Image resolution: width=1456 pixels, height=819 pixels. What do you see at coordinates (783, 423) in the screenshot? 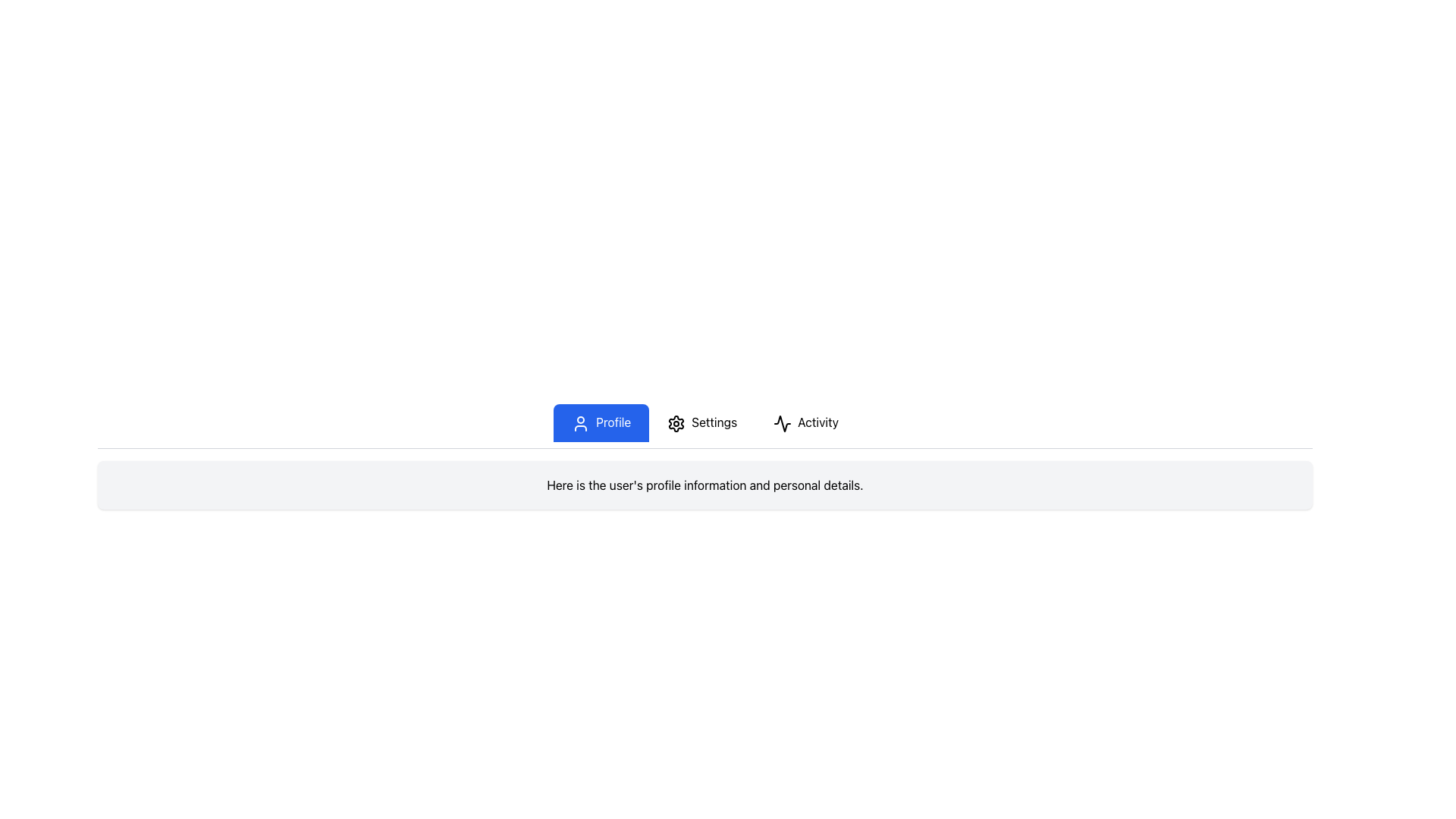
I see `the line graph-like icon next to the 'Activity' text label` at bounding box center [783, 423].